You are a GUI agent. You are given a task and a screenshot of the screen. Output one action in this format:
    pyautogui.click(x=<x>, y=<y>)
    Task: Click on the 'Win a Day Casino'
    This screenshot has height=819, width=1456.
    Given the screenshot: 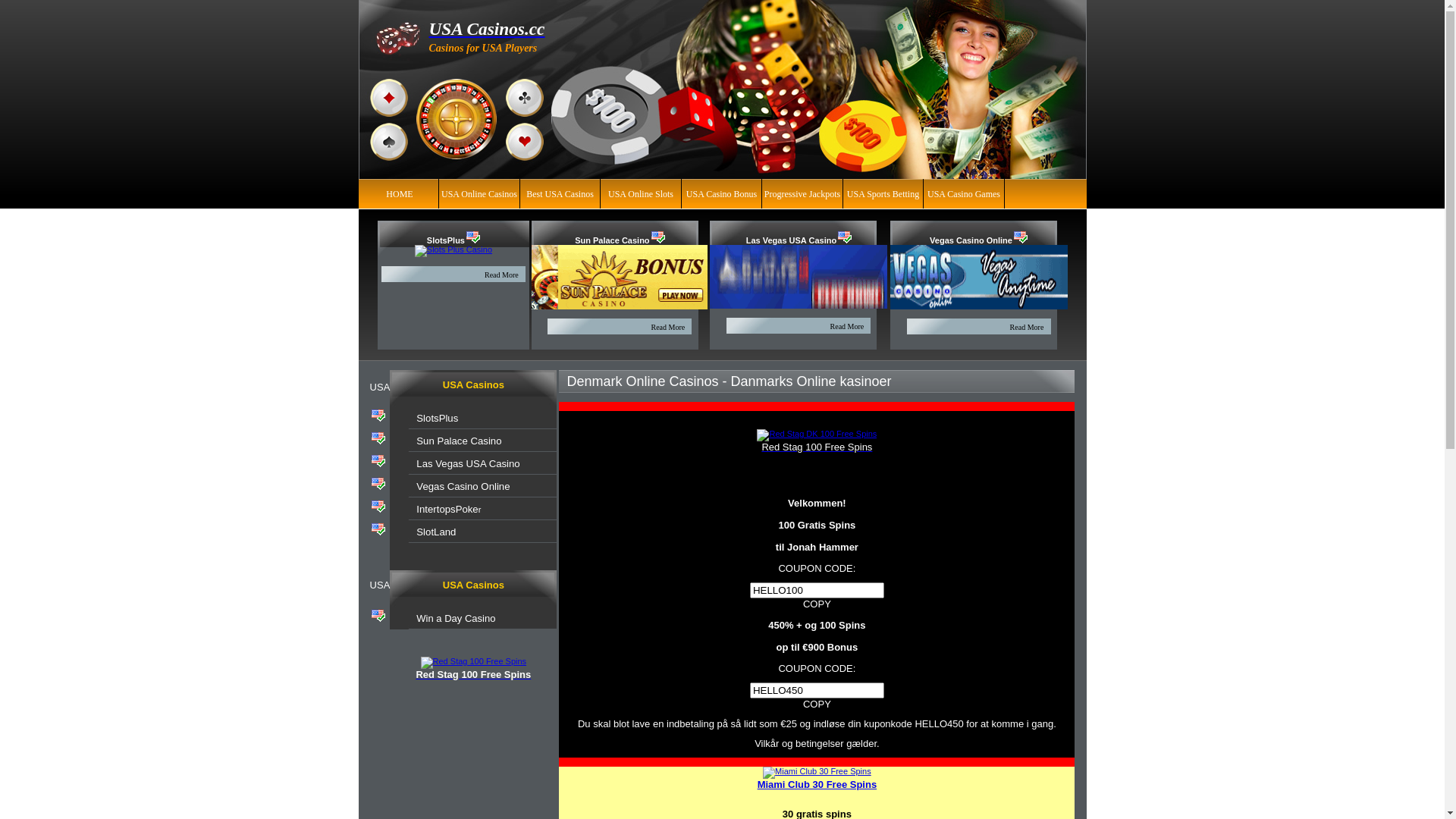 What is the action you would take?
    pyautogui.click(x=454, y=619)
    